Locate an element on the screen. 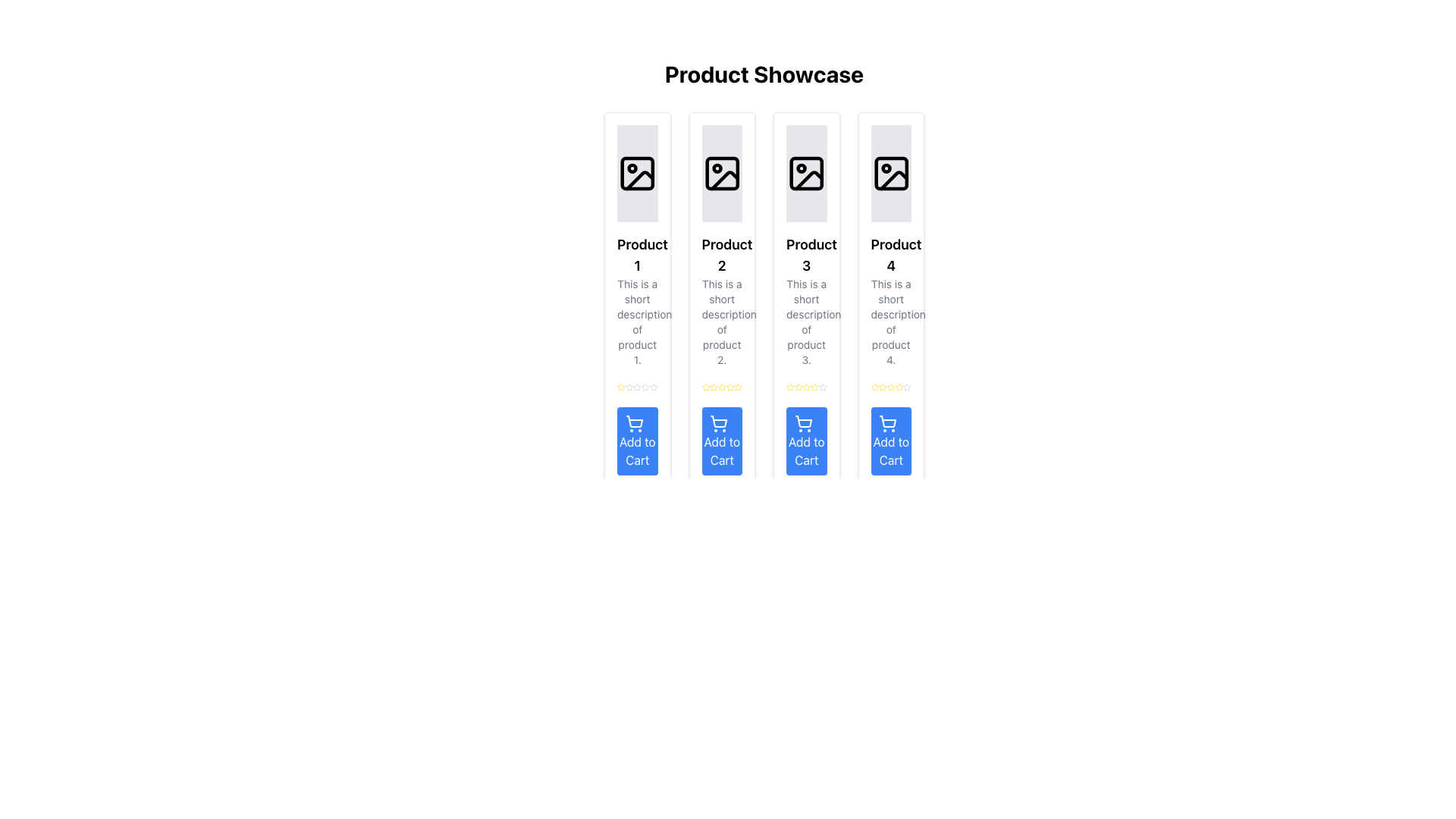 This screenshot has height=819, width=1456. the fourth star icon in the rating system under 'Product 4' is located at coordinates (891, 386).